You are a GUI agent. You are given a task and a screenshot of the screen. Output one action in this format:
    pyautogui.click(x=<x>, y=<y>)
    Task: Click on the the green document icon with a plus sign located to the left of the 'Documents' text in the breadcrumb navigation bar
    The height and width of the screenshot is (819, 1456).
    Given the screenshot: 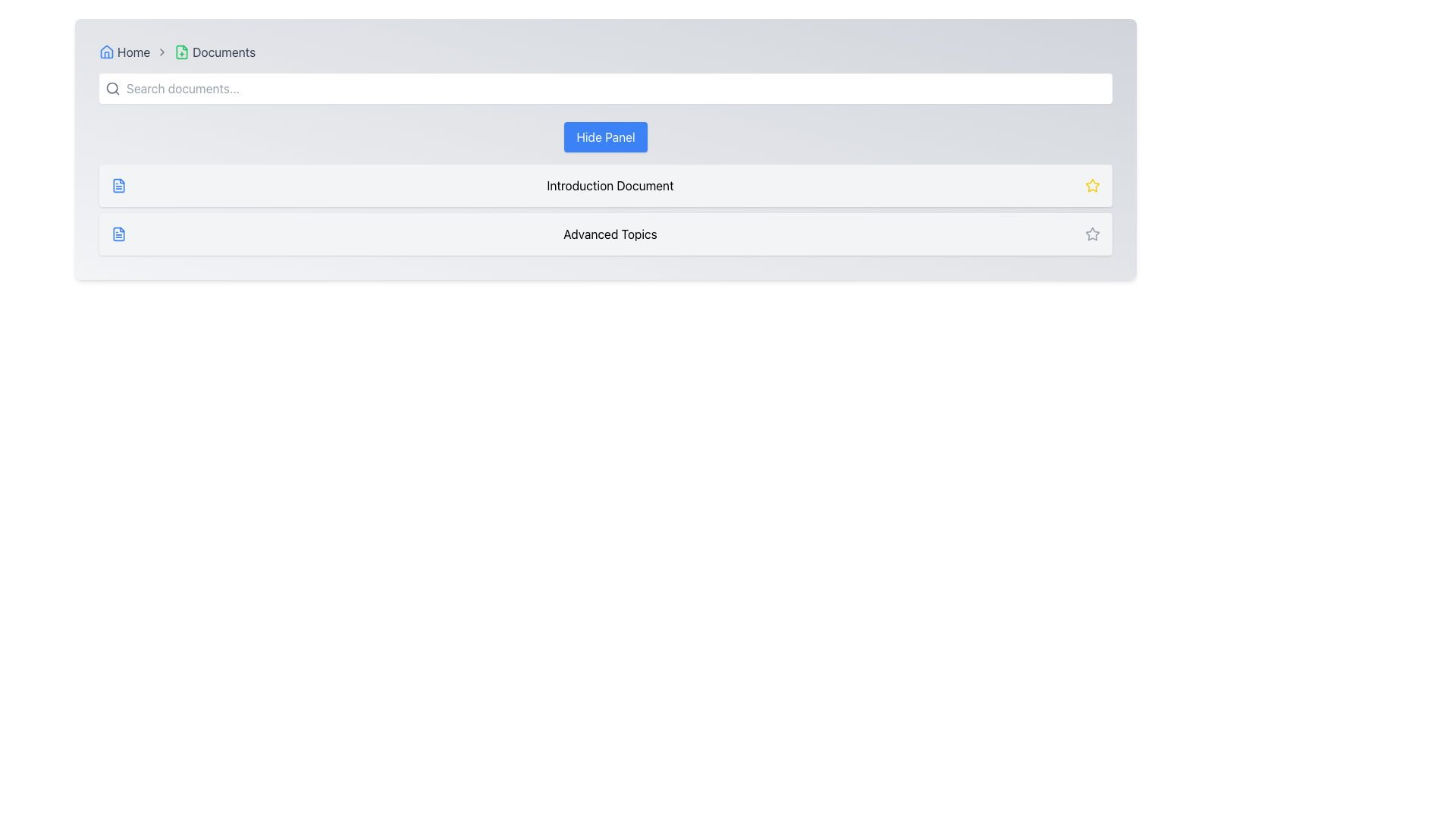 What is the action you would take?
    pyautogui.click(x=182, y=52)
    